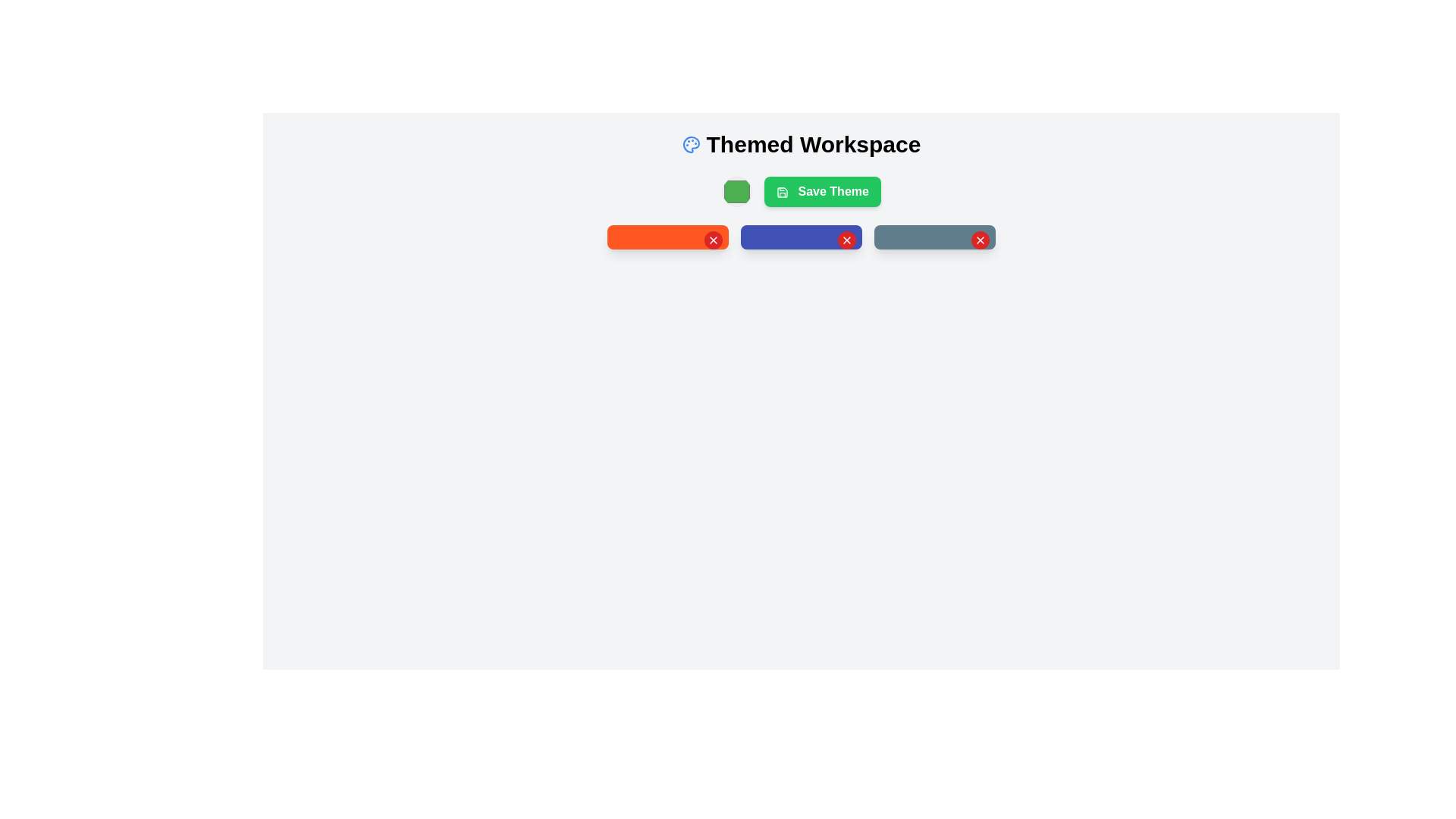  What do you see at coordinates (980, 239) in the screenshot?
I see `the circular red button with a white 'X' symbol located at the top-right corner of the third card in the 'Themed Workspace' section` at bounding box center [980, 239].